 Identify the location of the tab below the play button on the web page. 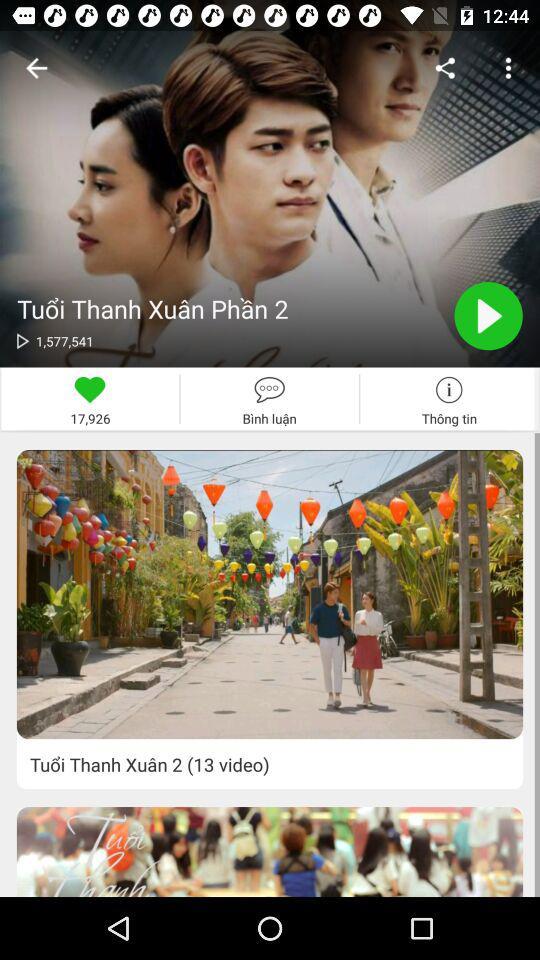
(449, 398).